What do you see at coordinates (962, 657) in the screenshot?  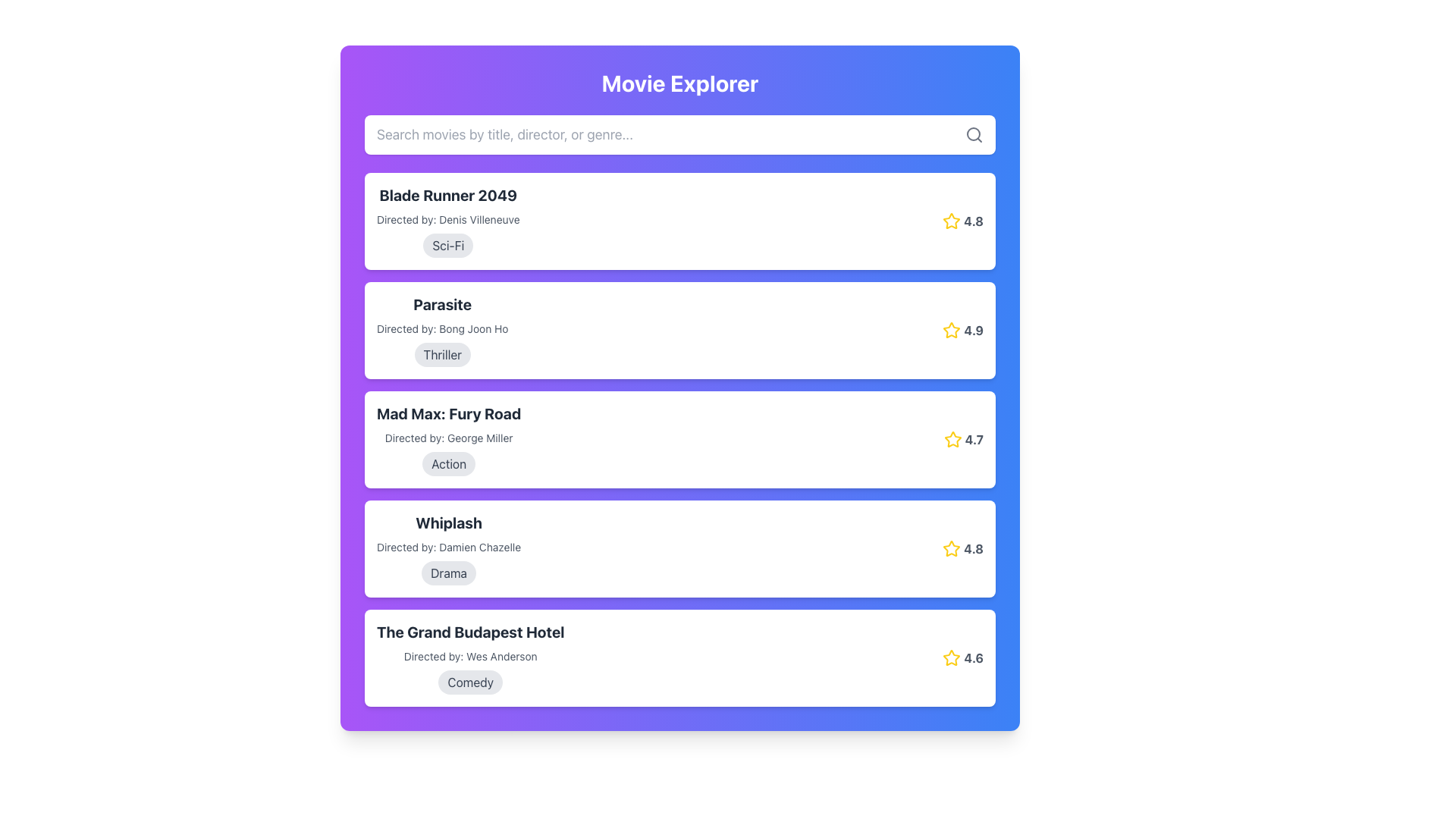 I see `the star icon in the rating indicator located at the bottom-right corner of the card for 'The Grand Budapest Hotel'` at bounding box center [962, 657].